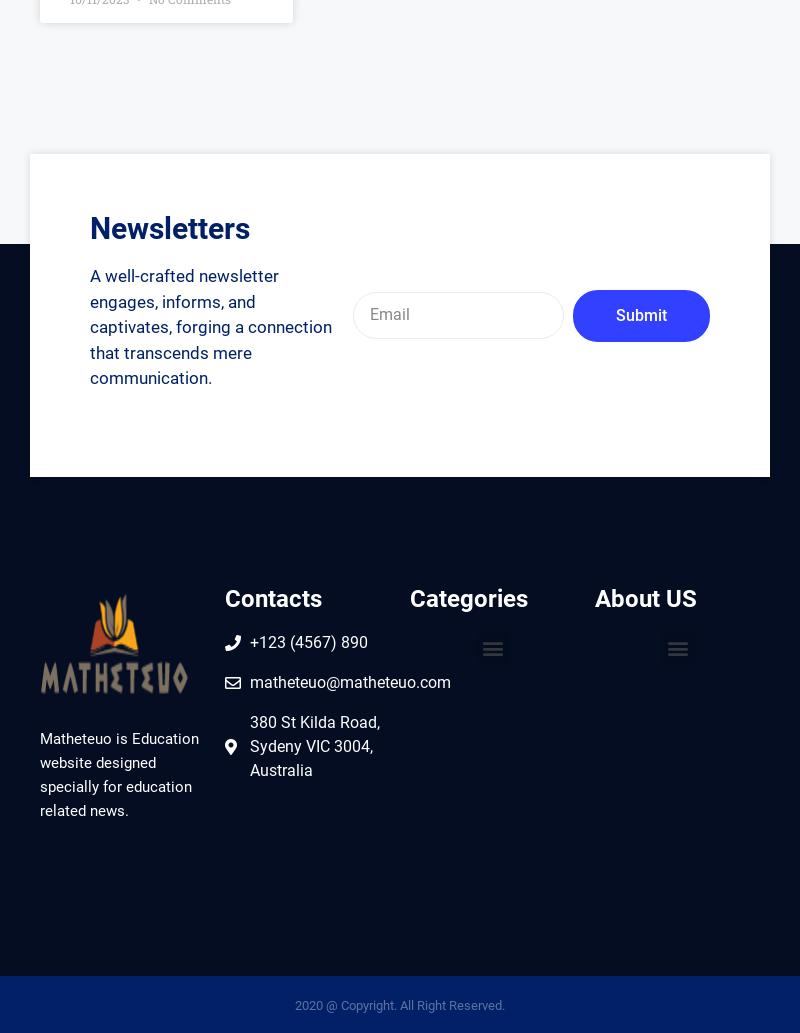 The height and width of the screenshot is (1033, 800). Describe the element at coordinates (313, 746) in the screenshot. I see `'380 St Kilda Road, Sydeny VIC 3004, Australia'` at that location.